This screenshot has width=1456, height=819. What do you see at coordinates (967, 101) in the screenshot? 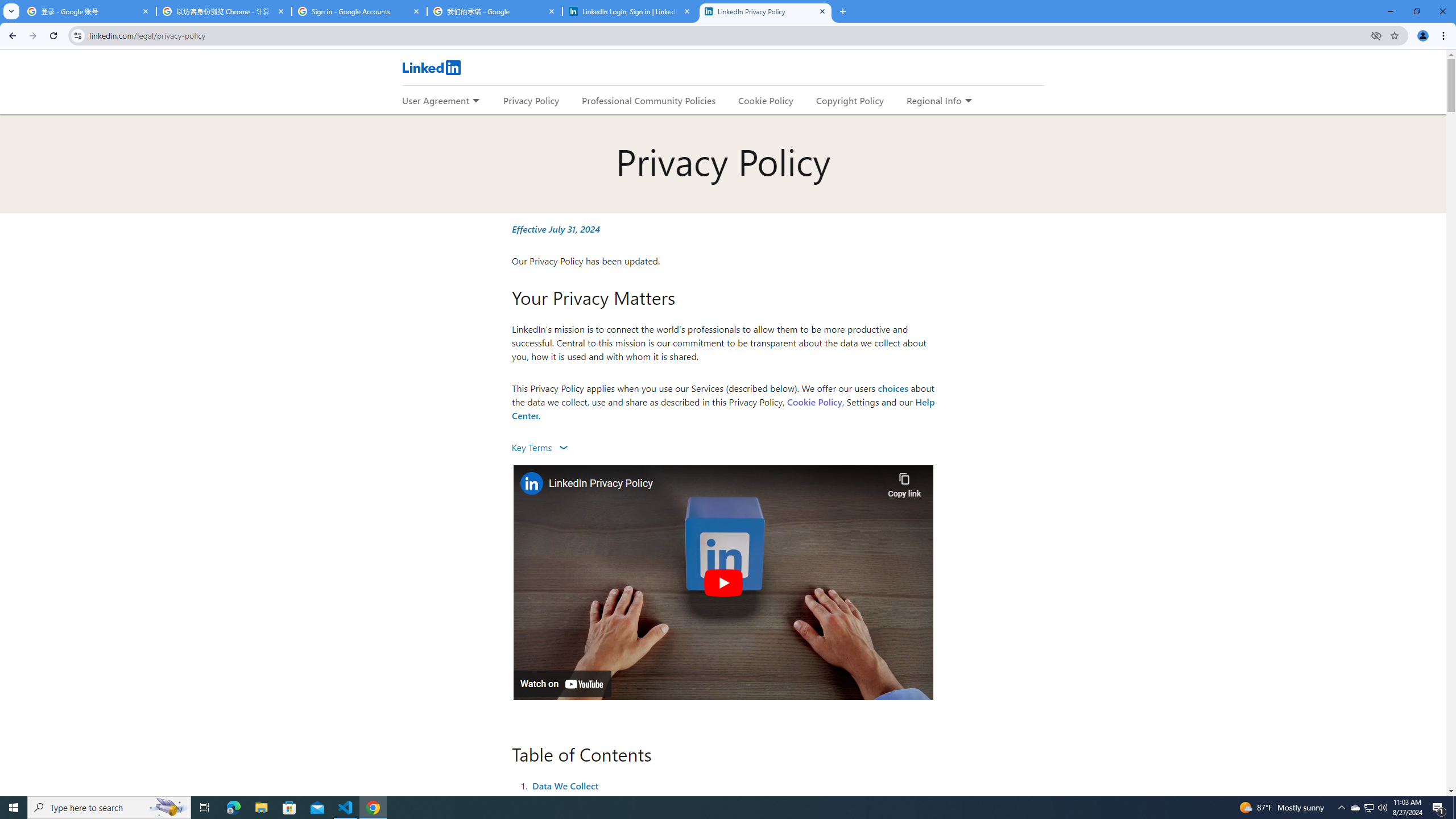
I see `'Expand to show more links for Regional Info'` at bounding box center [967, 101].